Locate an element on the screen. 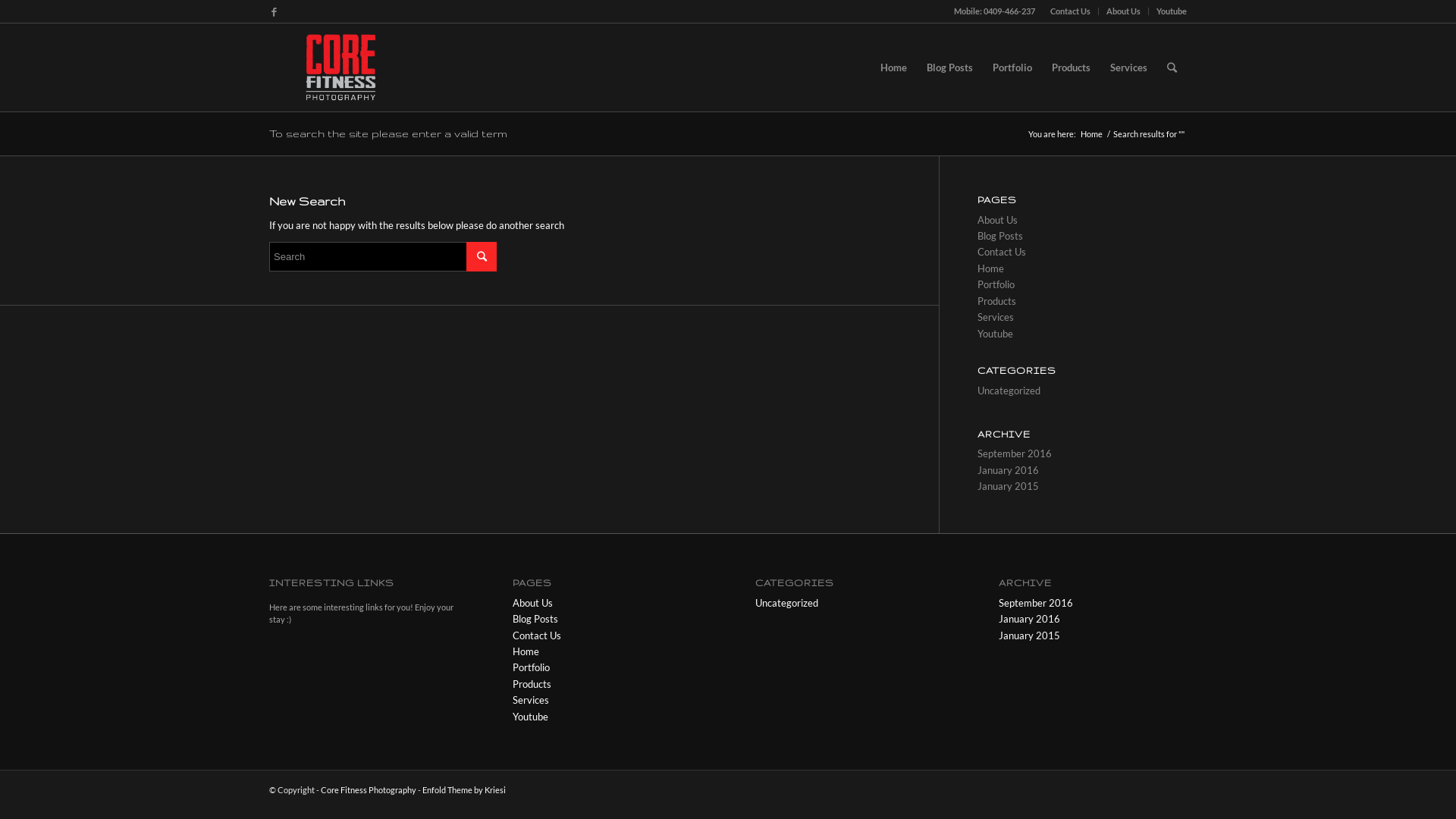 This screenshot has width=1456, height=819. 'Contact Us' is located at coordinates (1001, 250).